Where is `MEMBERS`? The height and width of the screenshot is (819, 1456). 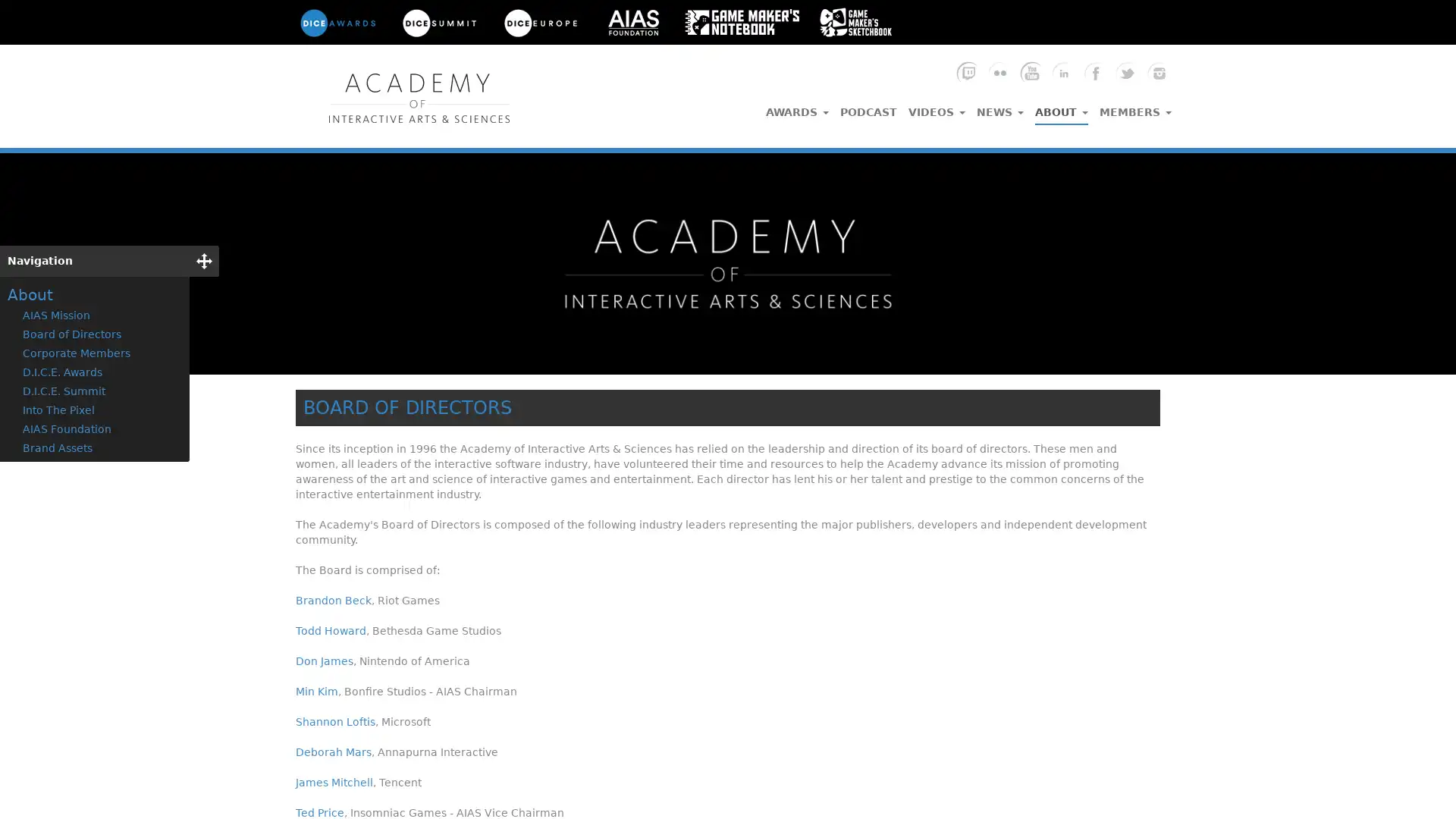 MEMBERS is located at coordinates (1135, 107).